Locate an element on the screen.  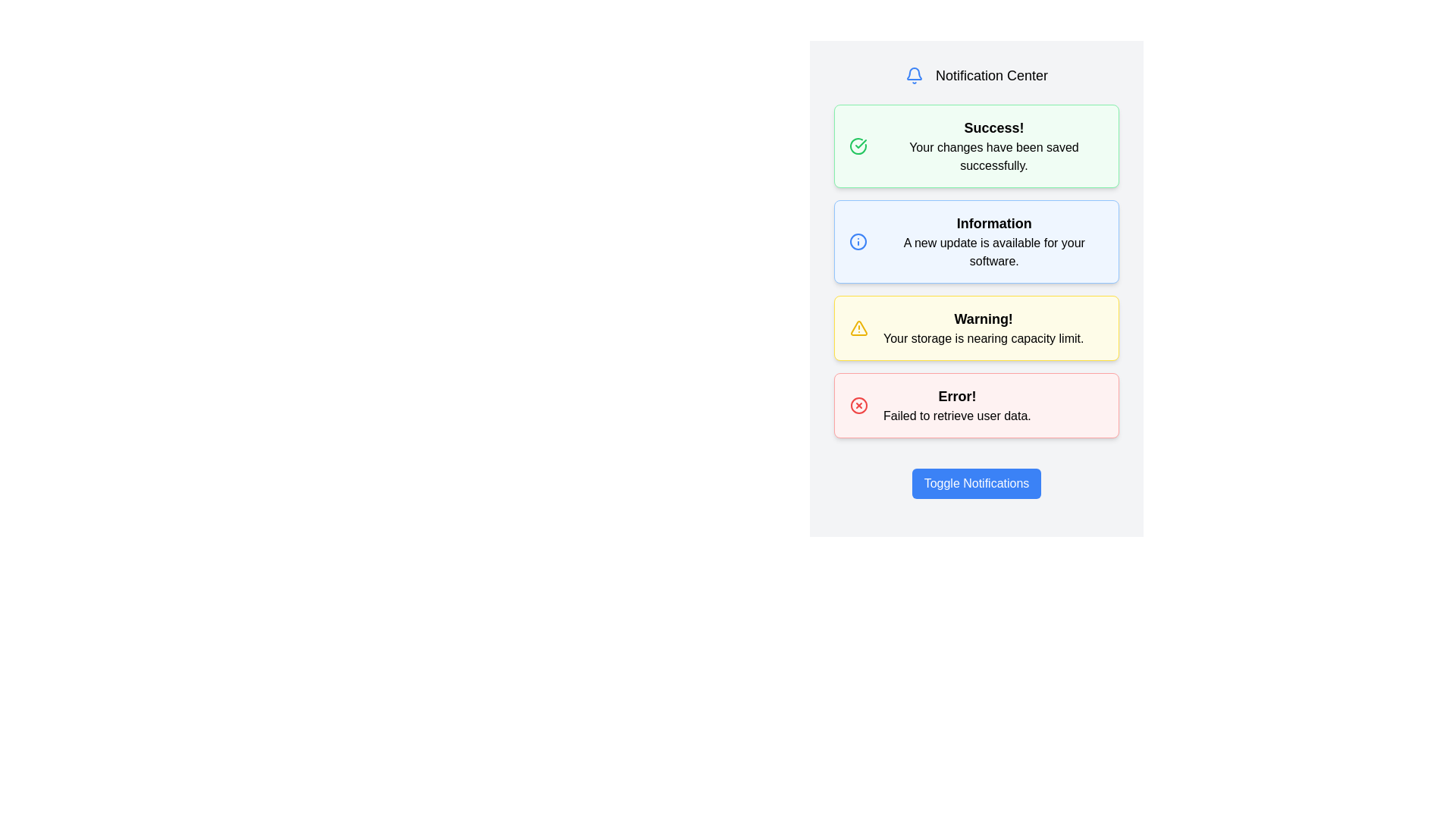
the 'Error!' notification alert box, which has a red border and a pale red background, located at the bottom of the notification section is located at coordinates (976, 405).